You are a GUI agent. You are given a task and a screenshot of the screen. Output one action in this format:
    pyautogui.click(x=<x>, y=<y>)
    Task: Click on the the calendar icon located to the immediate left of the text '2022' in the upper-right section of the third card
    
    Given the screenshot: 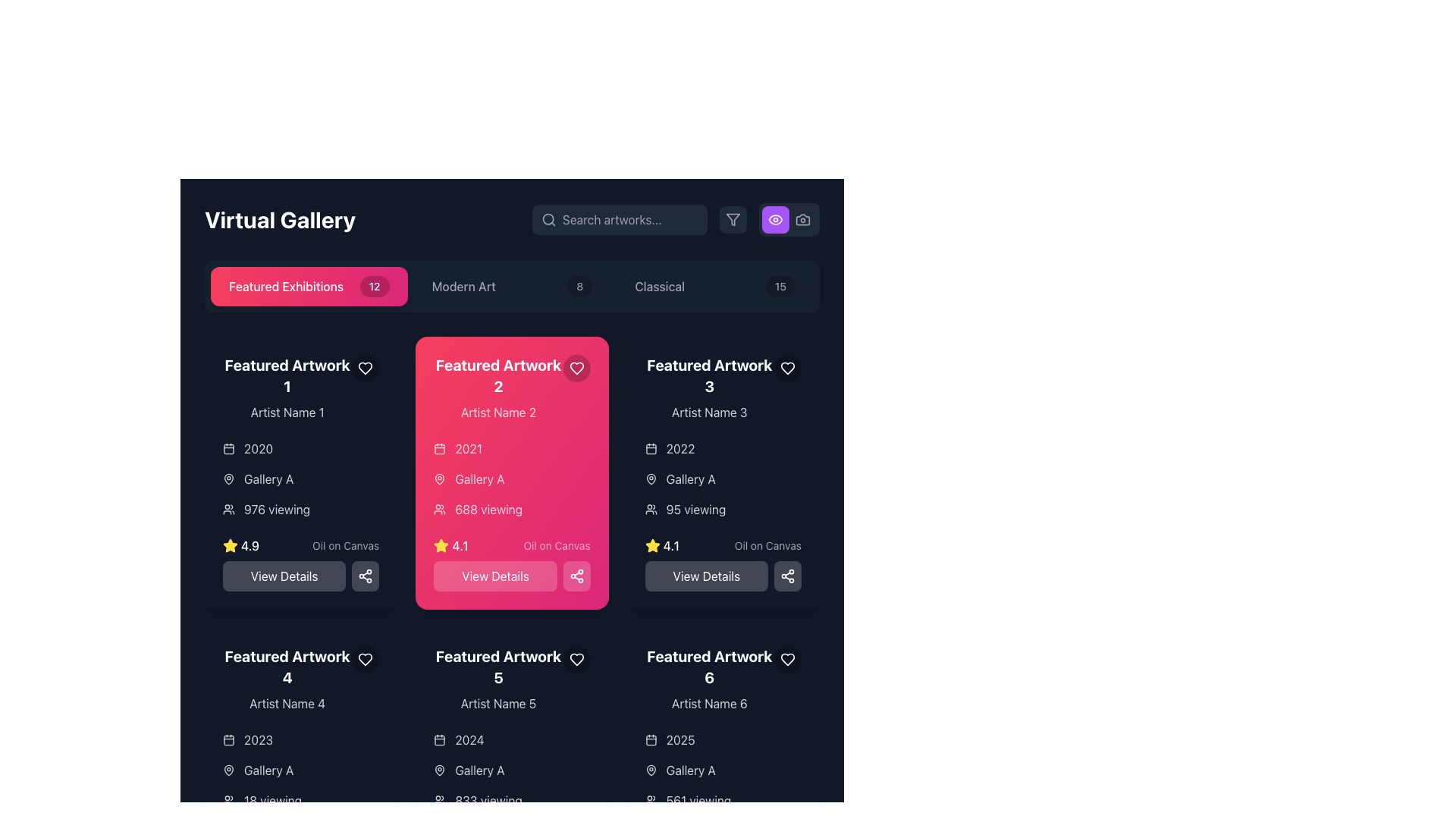 What is the action you would take?
    pyautogui.click(x=651, y=447)
    